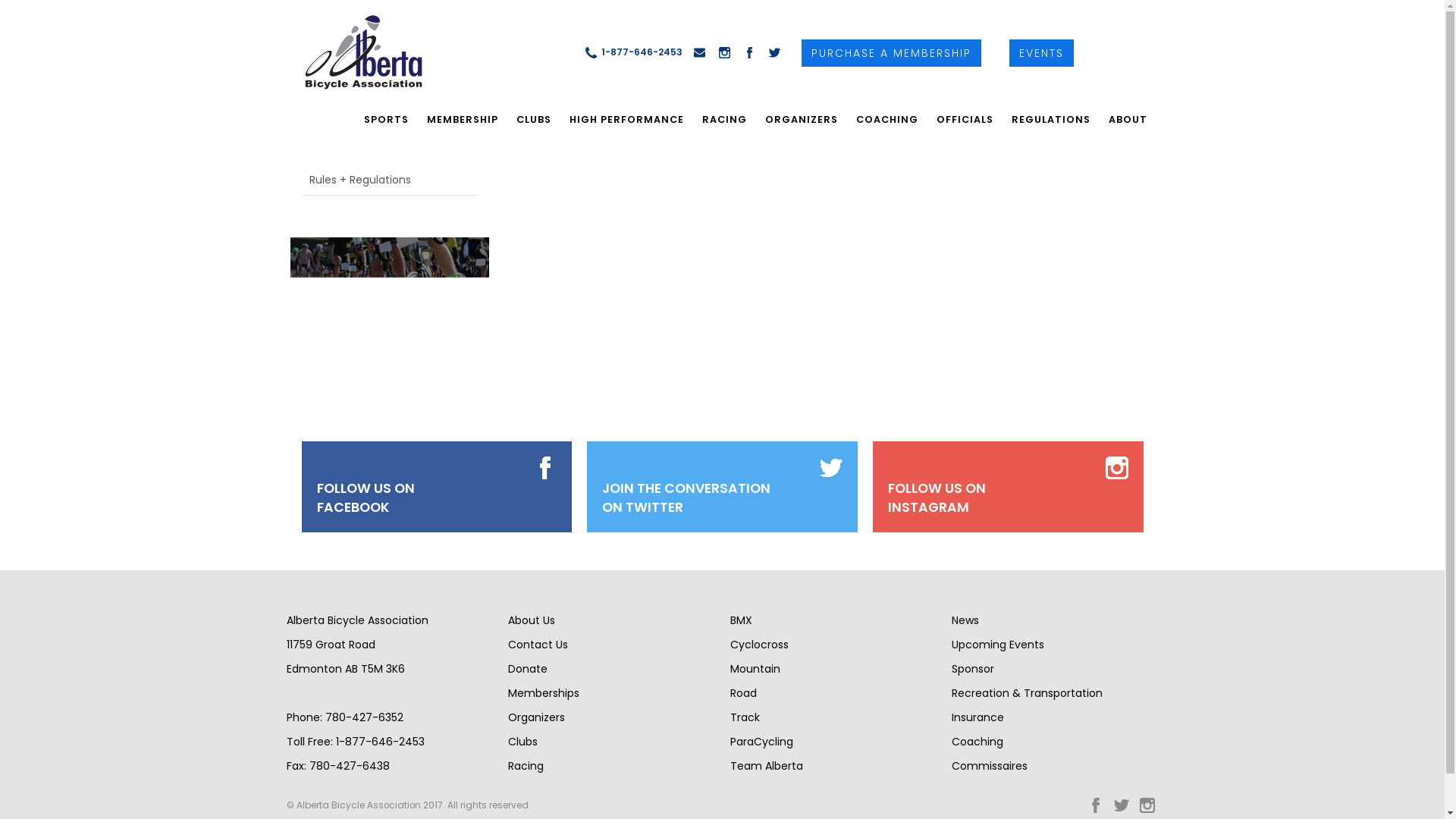 The height and width of the screenshot is (819, 1456). I want to click on 'Sponsor', so click(972, 668).